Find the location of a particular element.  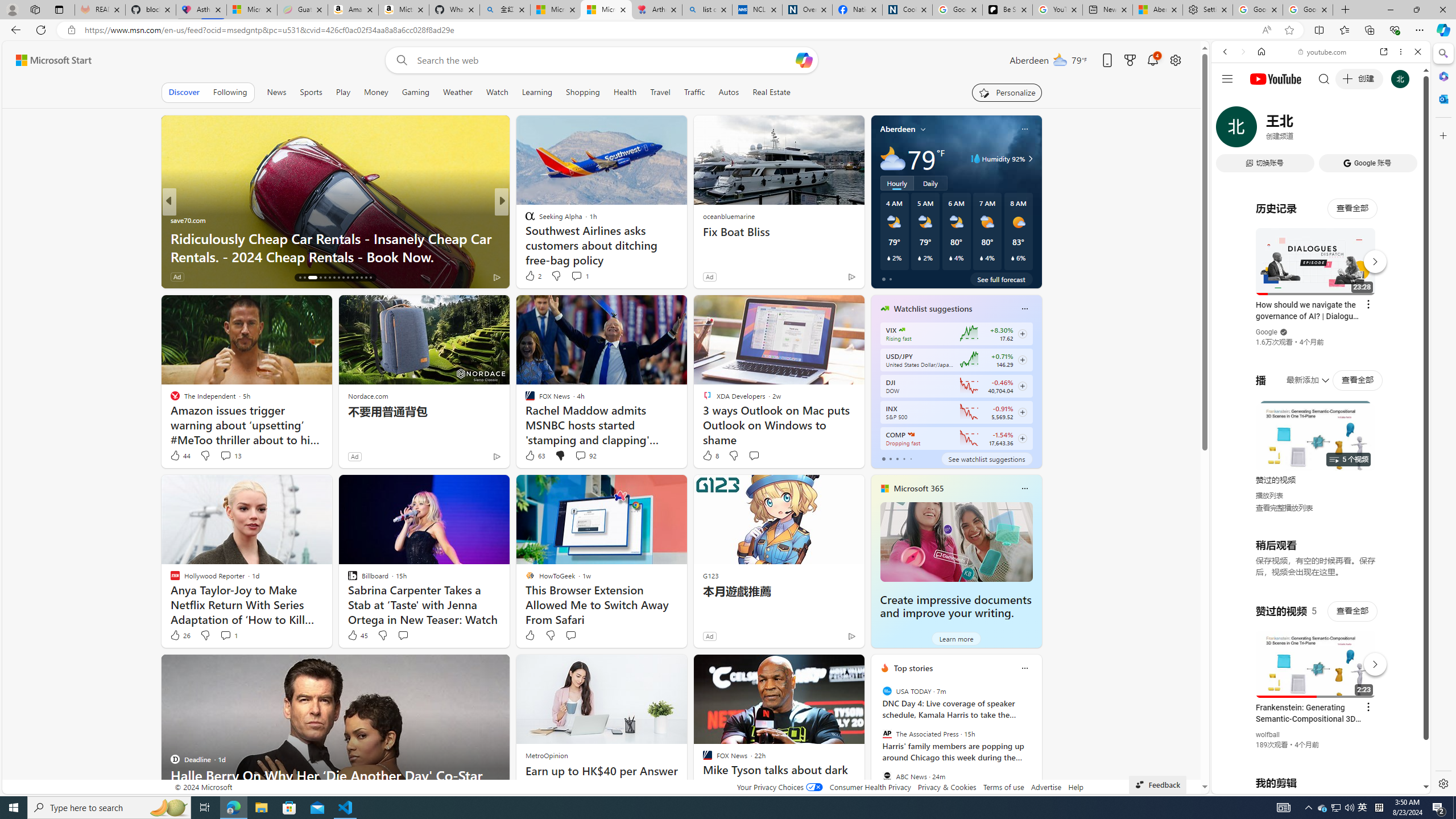

'Trailer #2 [HD]' is located at coordinates (1319, 337).